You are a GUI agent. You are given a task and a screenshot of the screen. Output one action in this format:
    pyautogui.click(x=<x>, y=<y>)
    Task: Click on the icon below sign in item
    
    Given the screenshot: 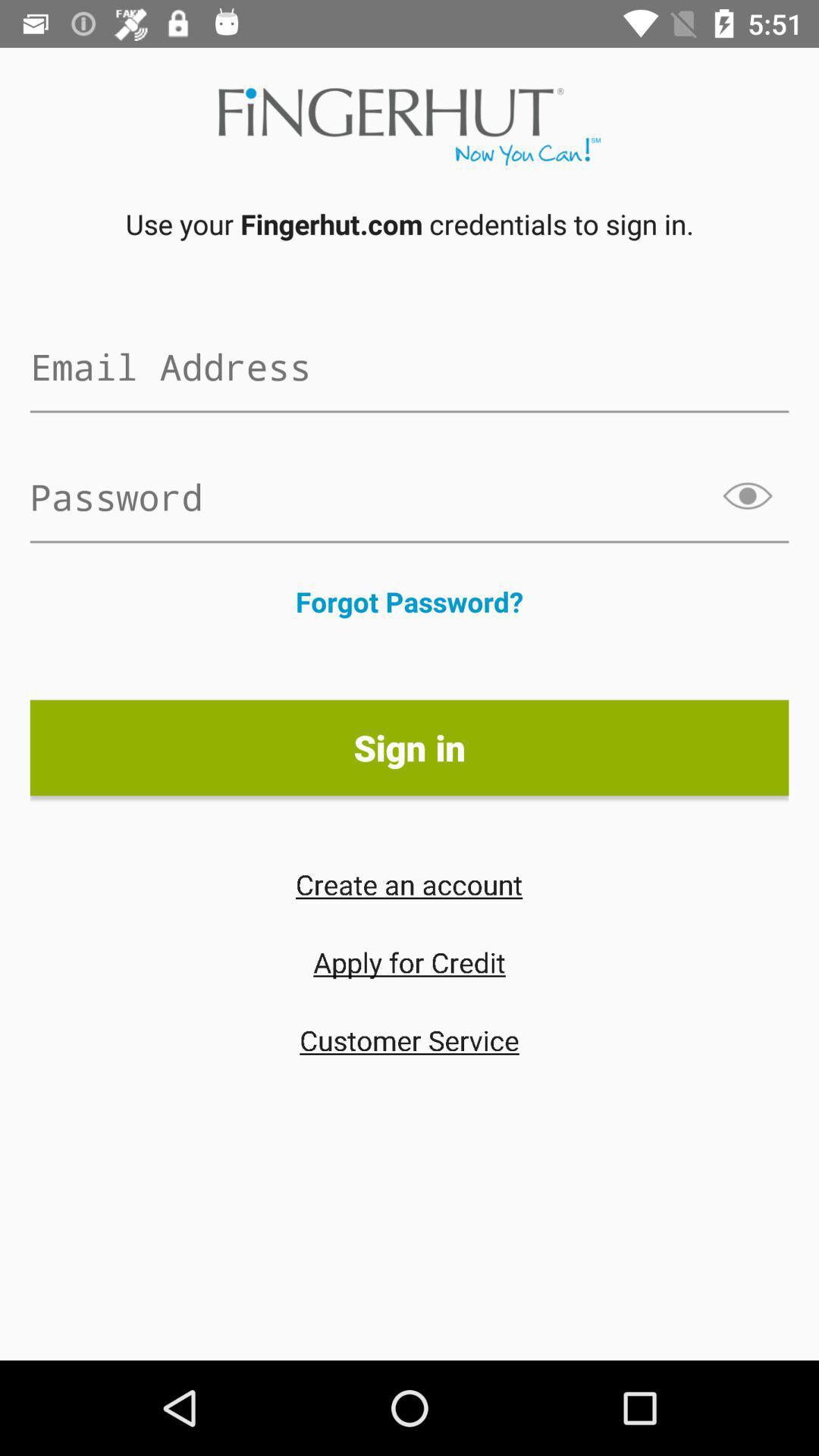 What is the action you would take?
    pyautogui.click(x=408, y=884)
    